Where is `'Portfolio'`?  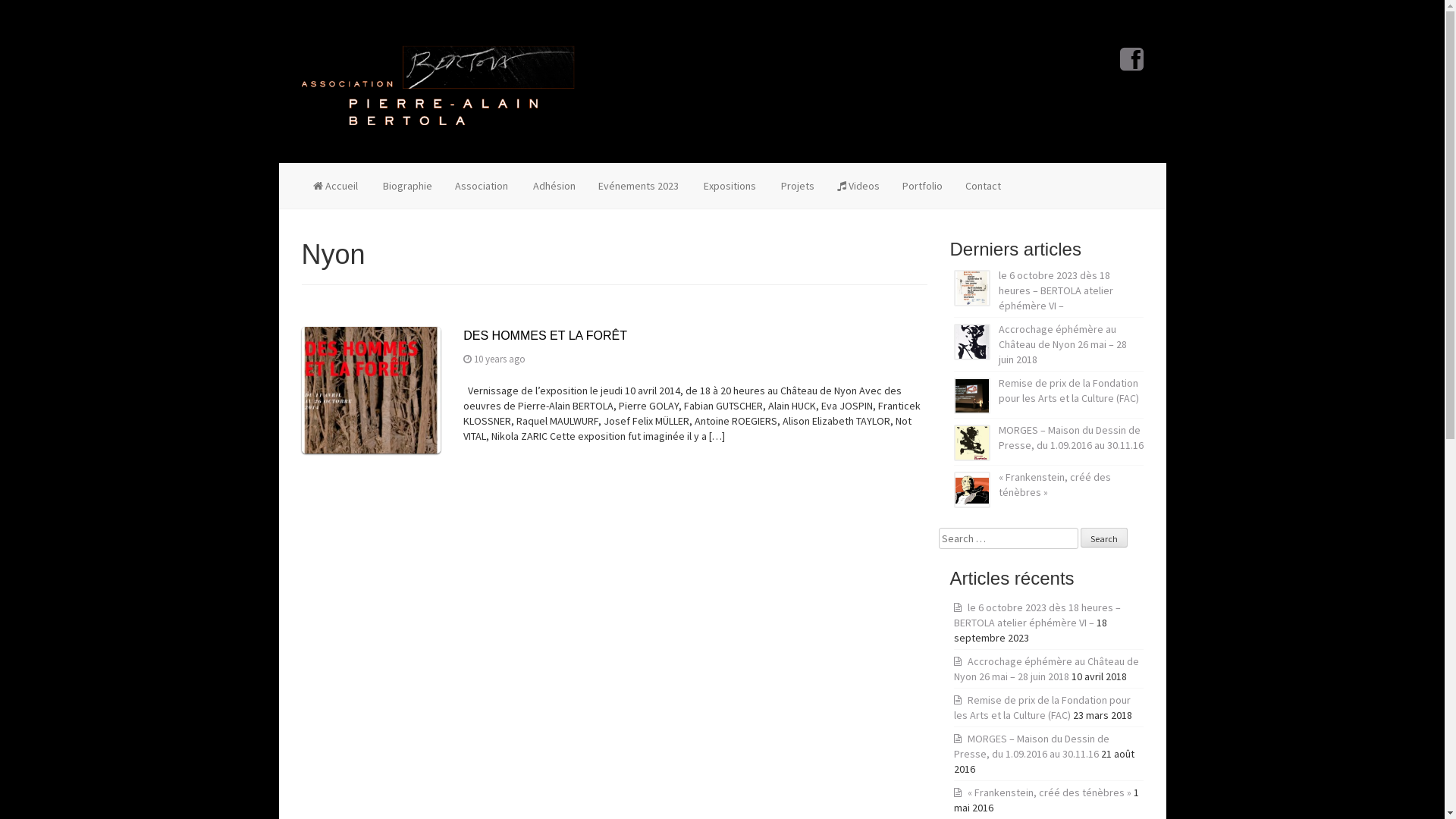 'Portfolio' is located at coordinates (921, 185).